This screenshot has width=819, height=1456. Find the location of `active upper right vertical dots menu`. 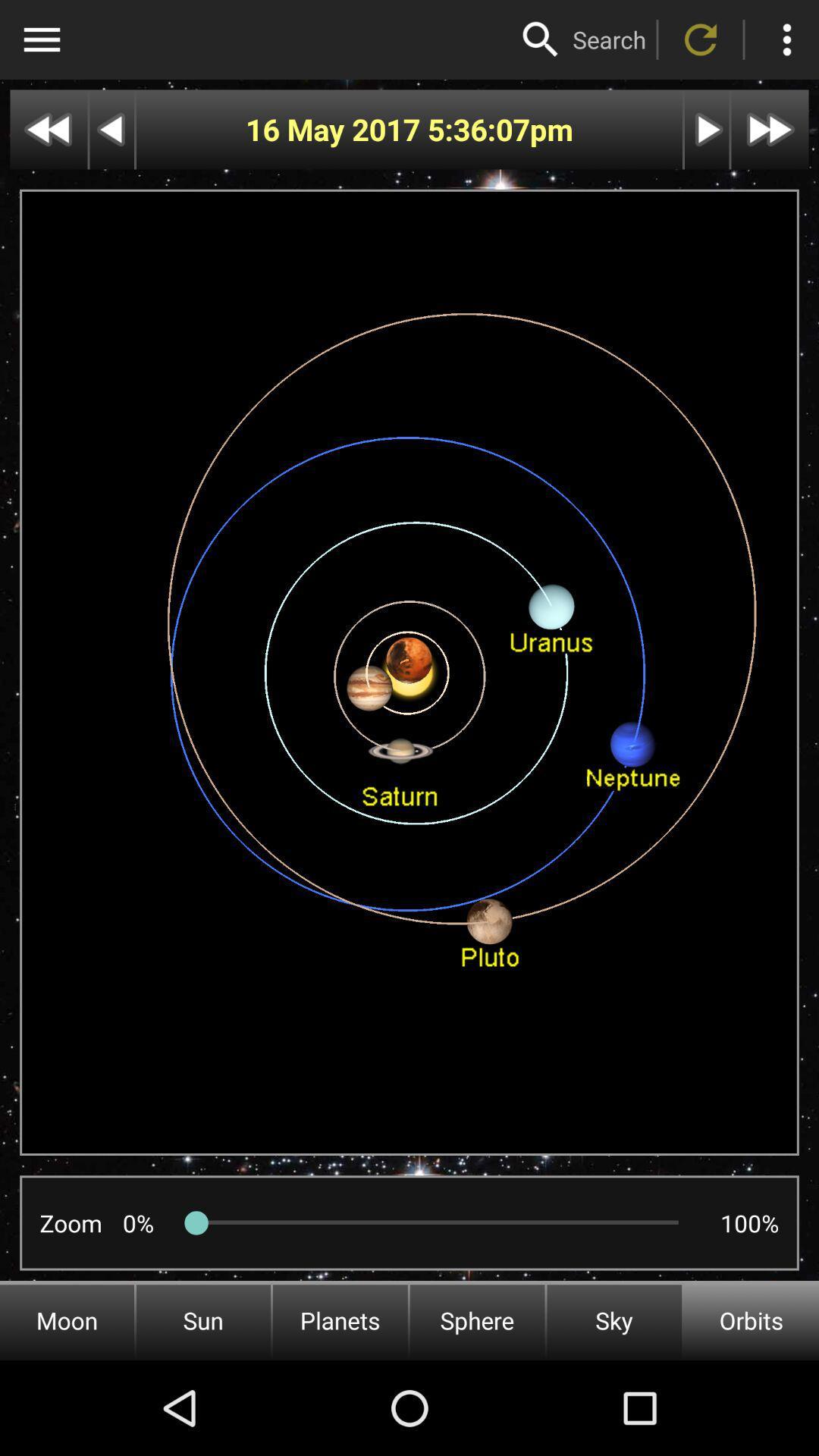

active upper right vertical dots menu is located at coordinates (786, 39).